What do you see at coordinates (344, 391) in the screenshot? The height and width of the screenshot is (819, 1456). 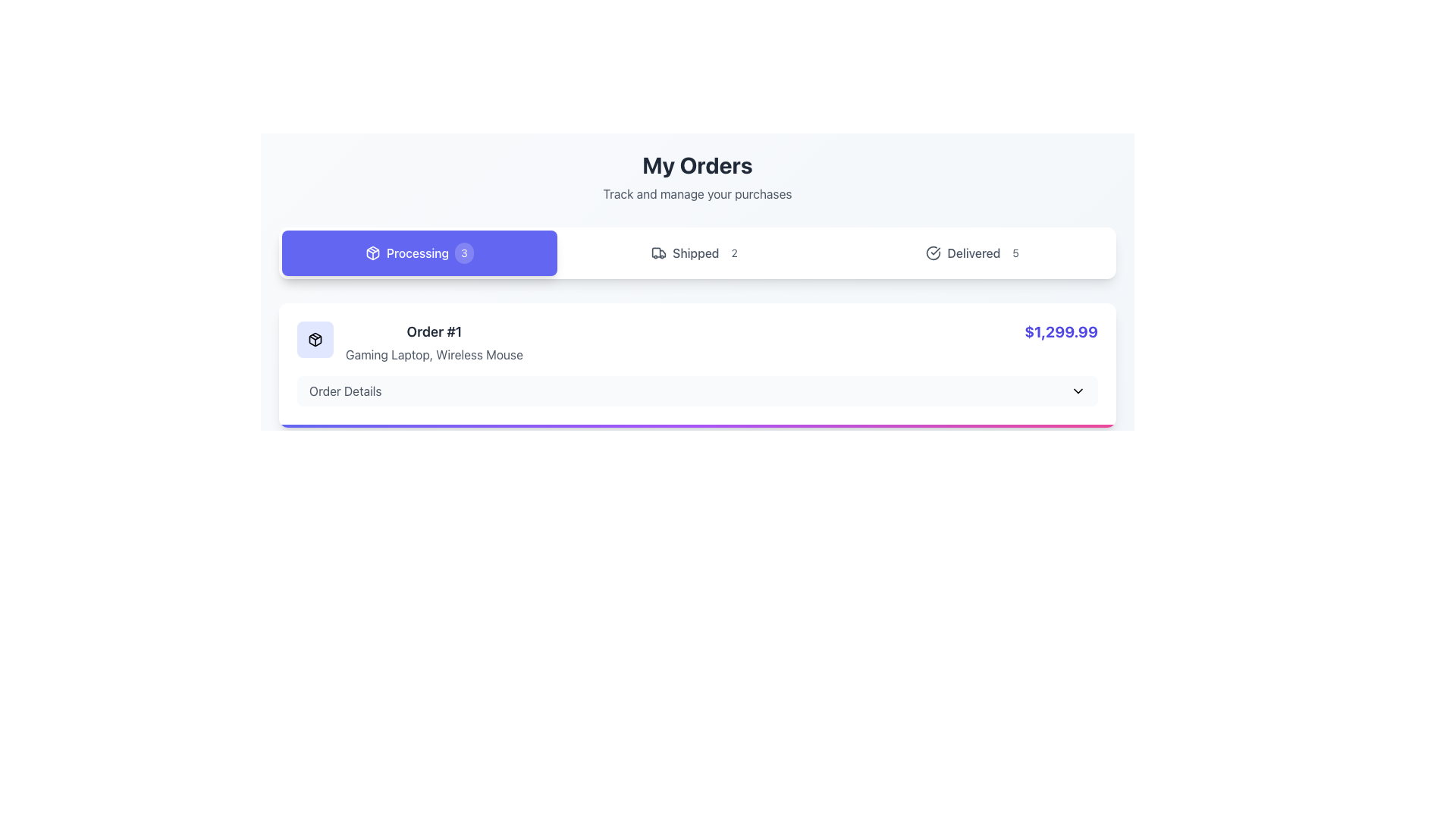 I see `text content of the static label indicating further information associated with the 'Order Details' section, located to the left of a drop-down menu icon` at bounding box center [344, 391].